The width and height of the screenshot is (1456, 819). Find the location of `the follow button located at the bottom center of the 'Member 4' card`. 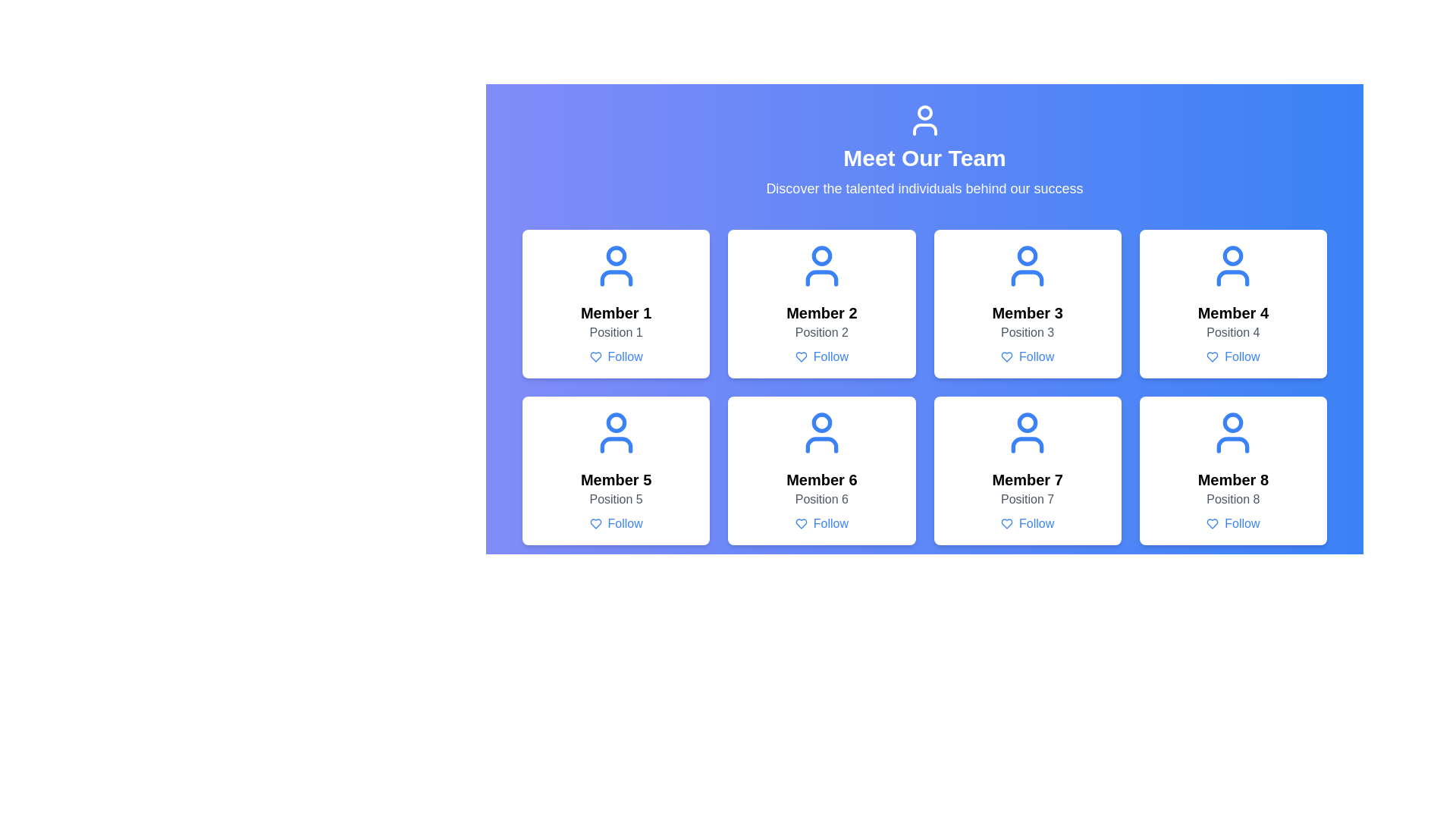

the follow button located at the bottom center of the 'Member 4' card is located at coordinates (1233, 356).